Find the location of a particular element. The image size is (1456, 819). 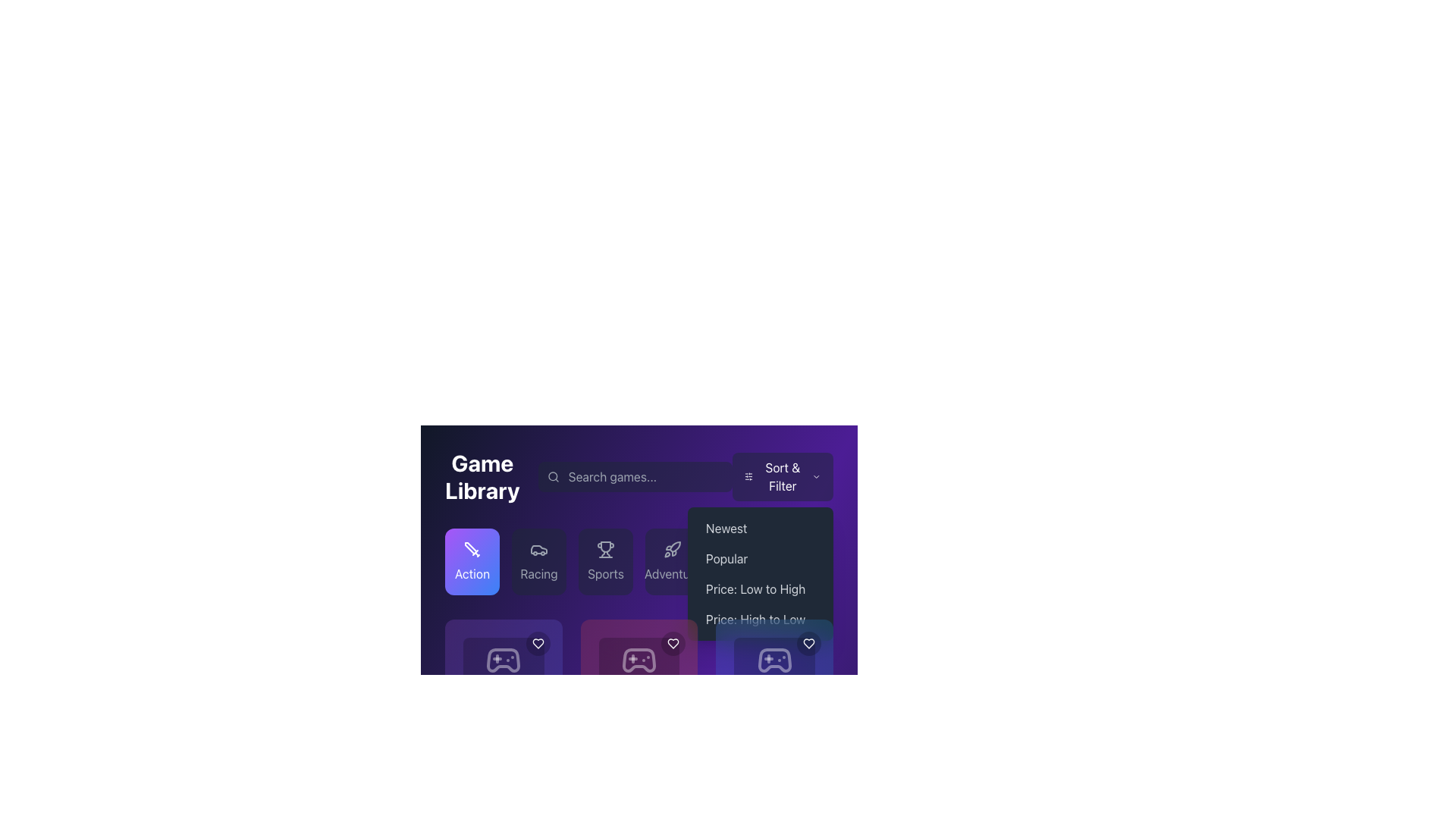

the 'Popular' sorting option in the dropdown list located under 'Sort & Filter' is located at coordinates (761, 558).